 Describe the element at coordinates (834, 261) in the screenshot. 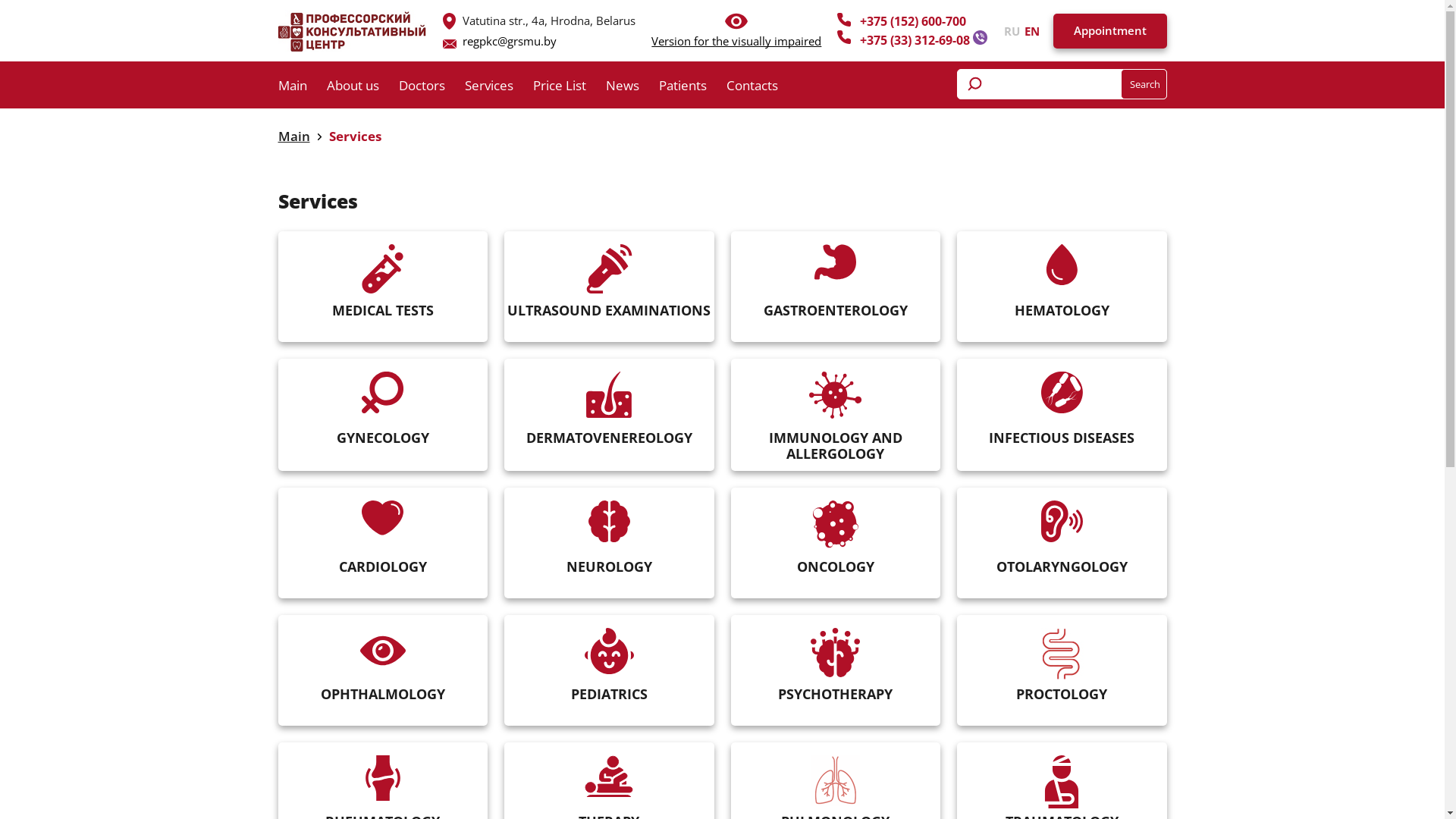

I see `'Gastroenterology'` at that location.